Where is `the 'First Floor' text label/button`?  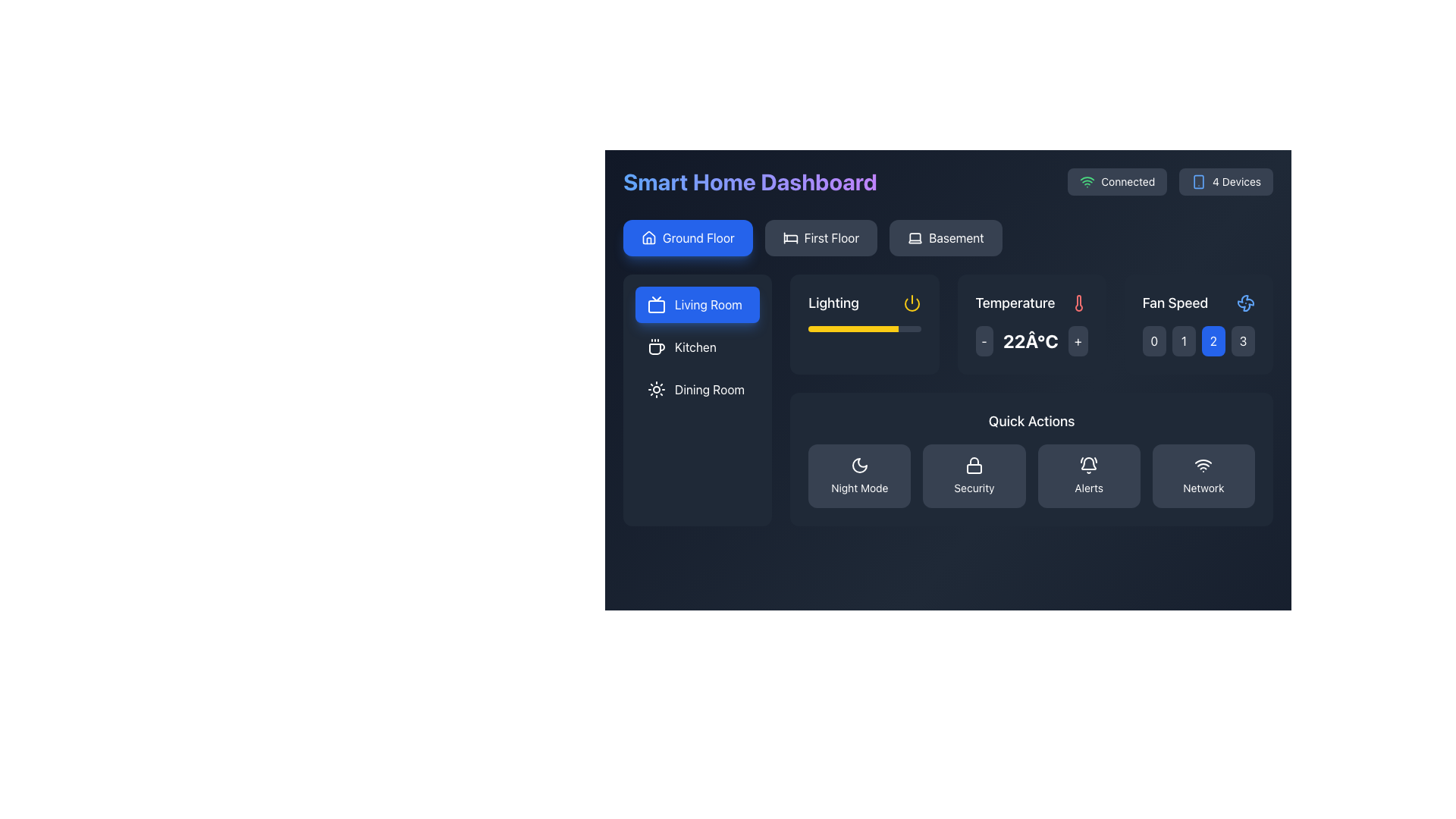 the 'First Floor' text label/button is located at coordinates (830, 237).